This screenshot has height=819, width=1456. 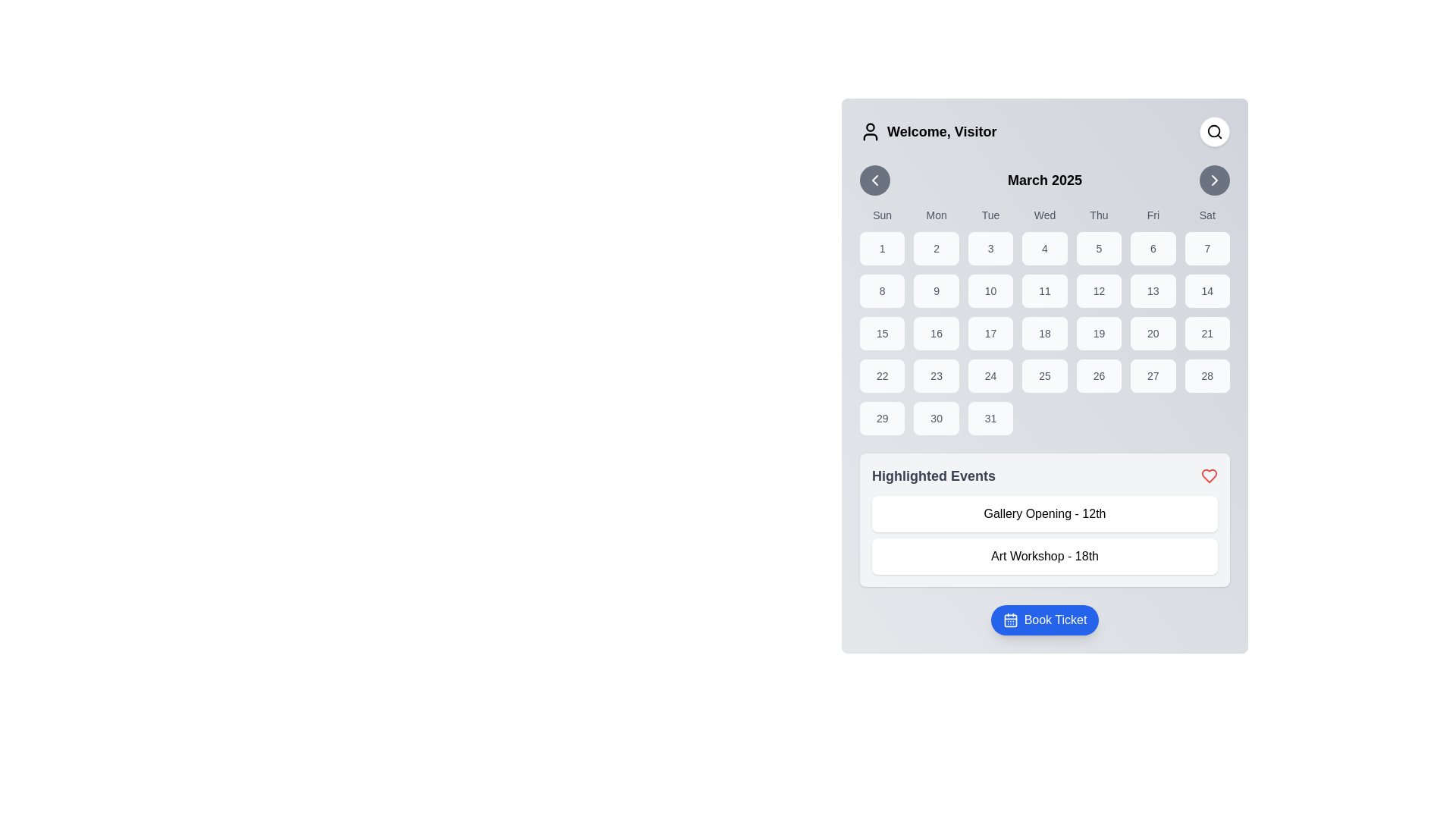 What do you see at coordinates (1043, 180) in the screenshot?
I see `the bold text label displaying 'March 2025', which is centrally positioned at the top of the calendar widget` at bounding box center [1043, 180].